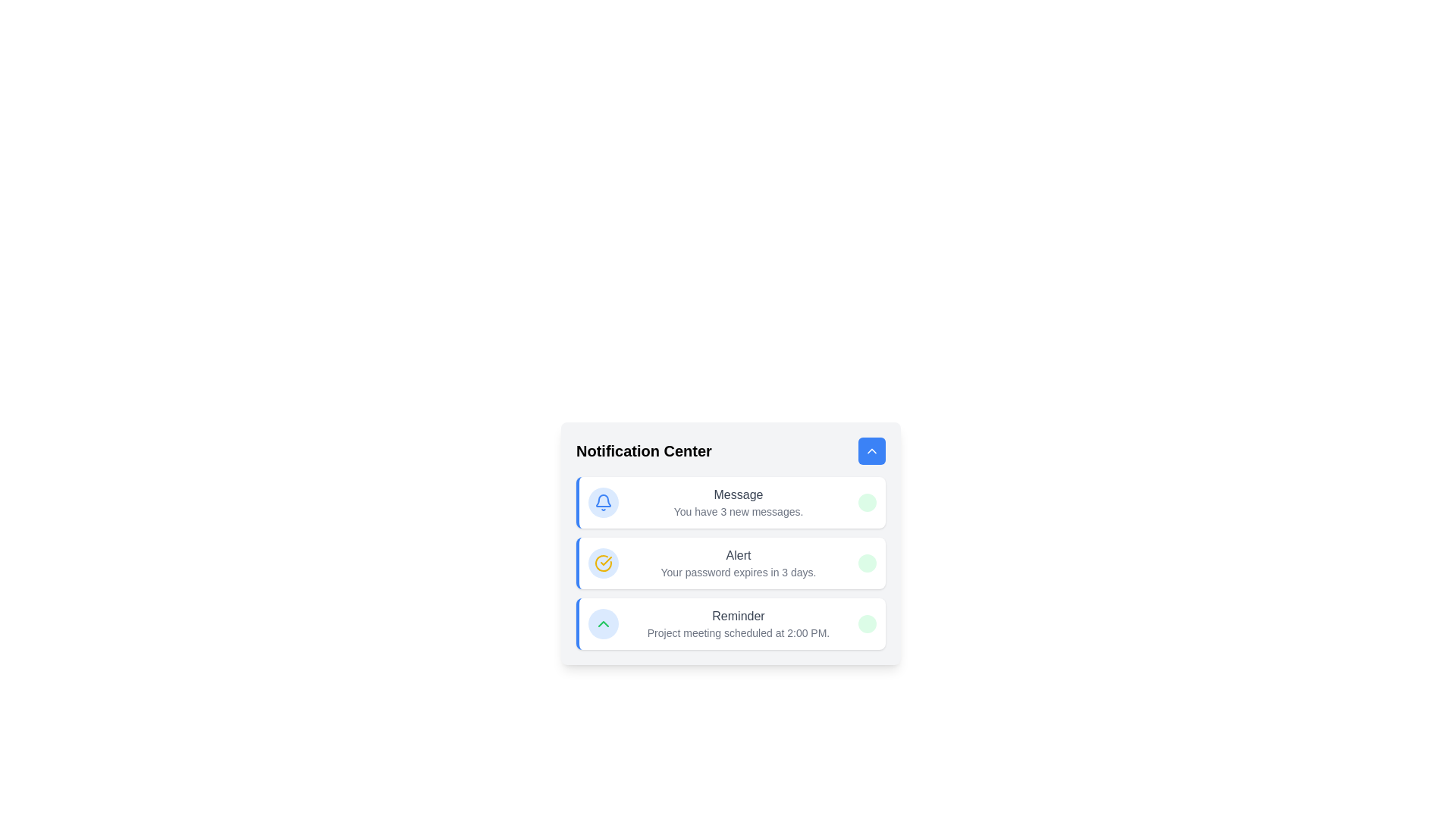 Image resolution: width=1456 pixels, height=819 pixels. Describe the element at coordinates (603, 563) in the screenshot. I see `the second icon from the top in the list of notifications within the 'Notification Center' that indicates an alert regarding the message 'Your password expires in 3 days.'` at that location.